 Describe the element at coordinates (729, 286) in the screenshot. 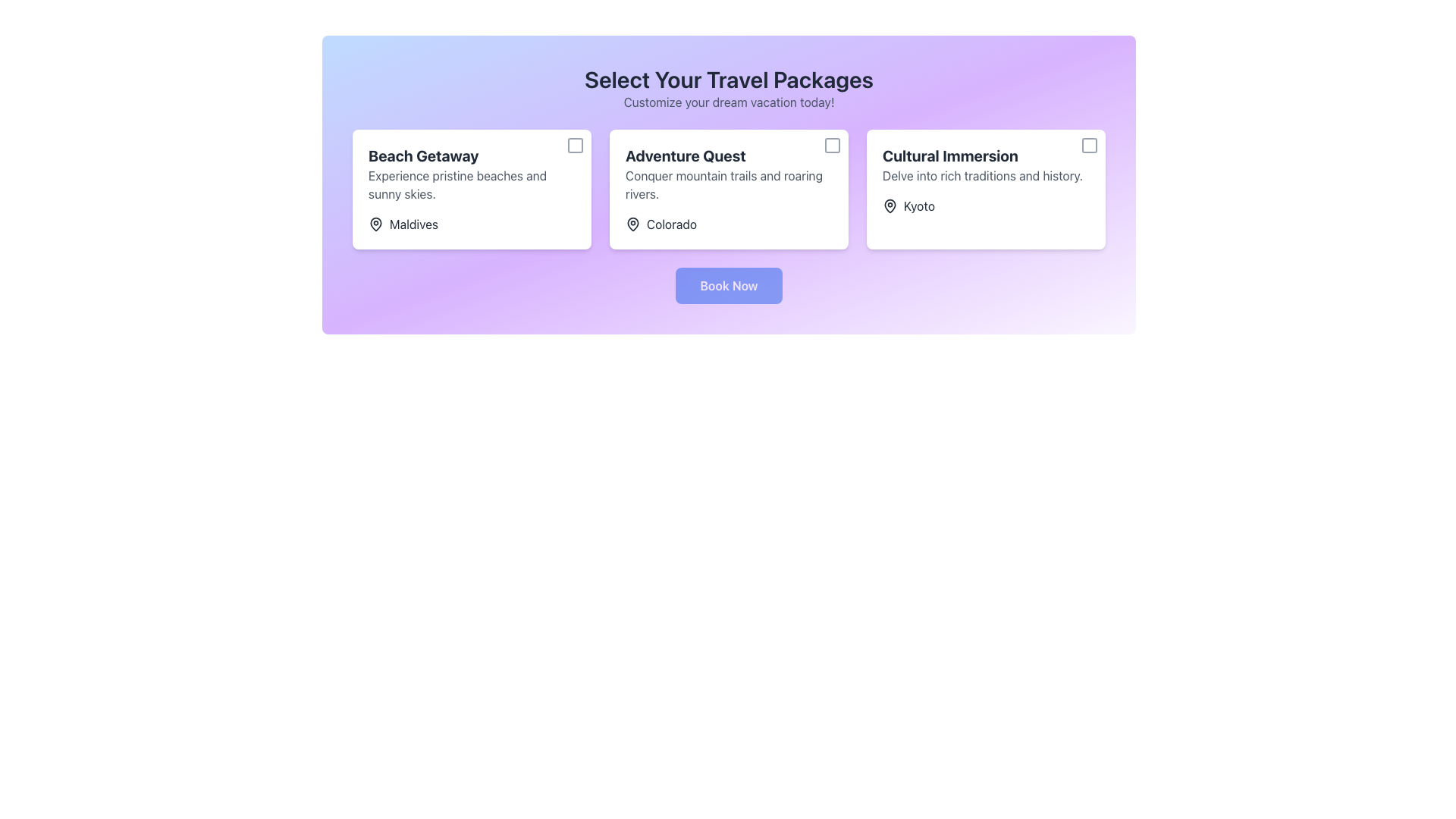

I see `the booking button located below the travel package cards labeled 'Beach Getaway', 'Adventure Quest', and 'Cultural Immersion' to proceed with booking` at that location.